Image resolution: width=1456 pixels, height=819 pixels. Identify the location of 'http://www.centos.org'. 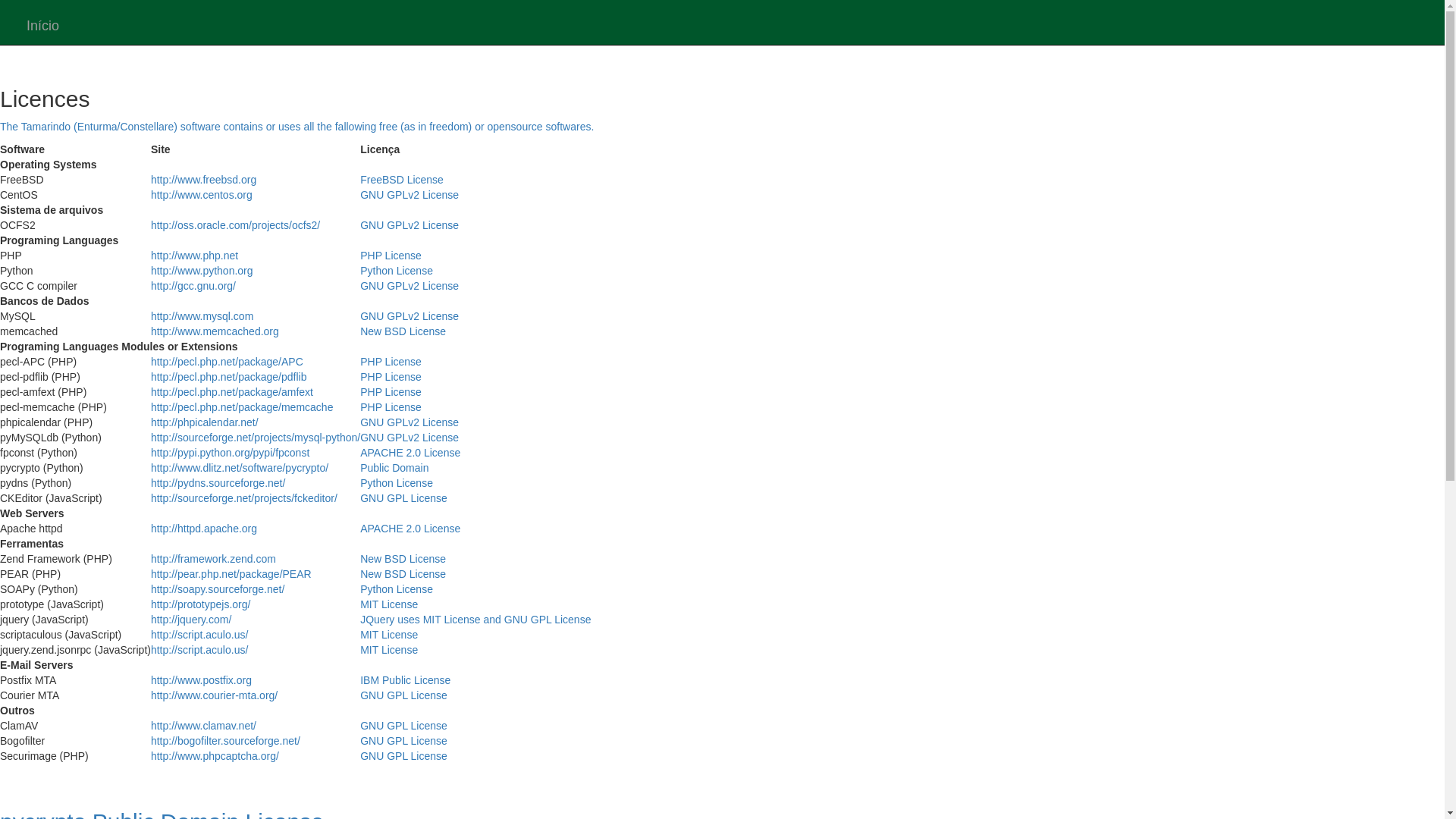
(200, 194).